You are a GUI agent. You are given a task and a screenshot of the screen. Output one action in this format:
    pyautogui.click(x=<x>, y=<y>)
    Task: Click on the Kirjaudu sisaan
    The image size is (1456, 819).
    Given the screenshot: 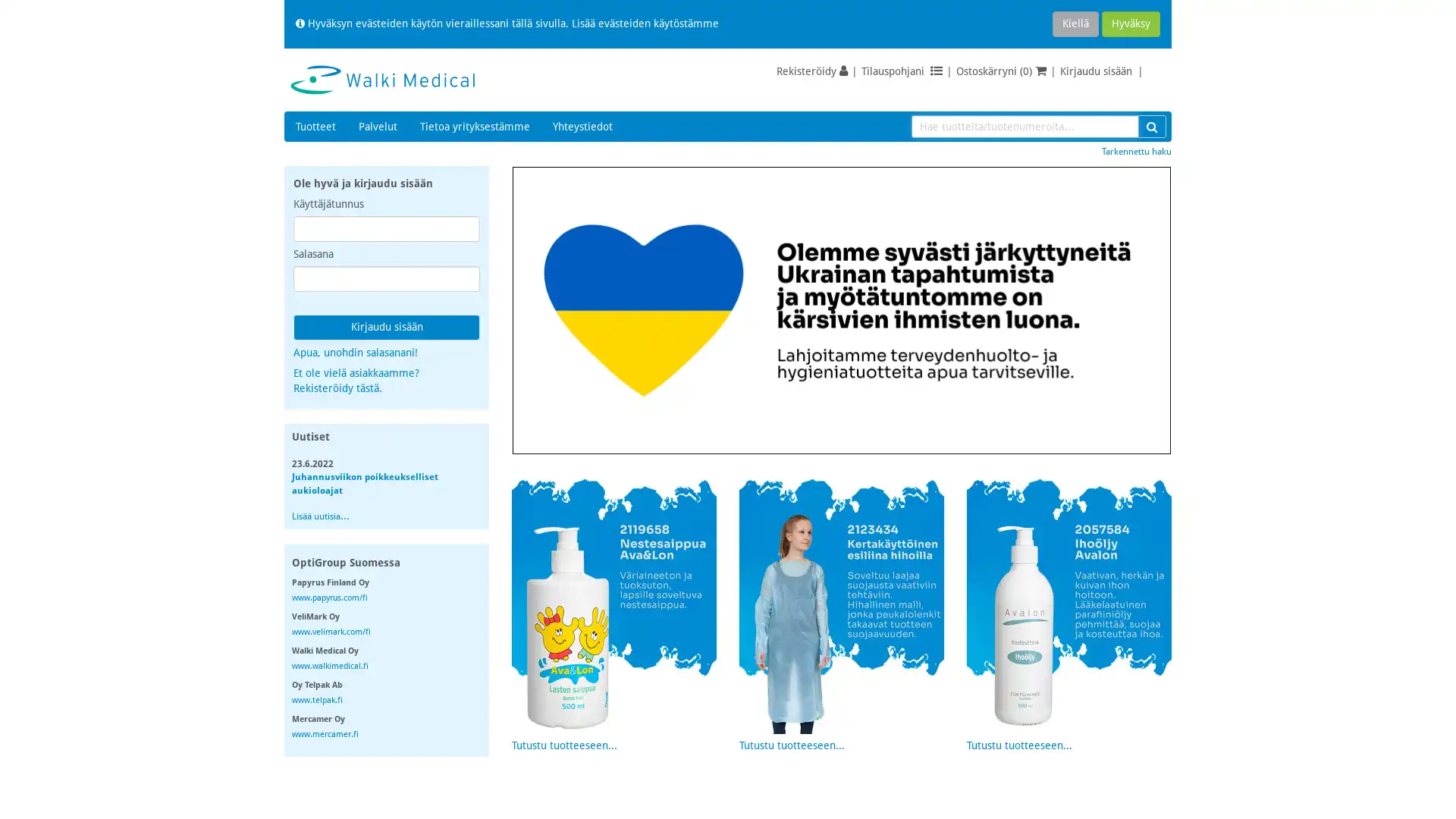 What is the action you would take?
    pyautogui.click(x=386, y=327)
    